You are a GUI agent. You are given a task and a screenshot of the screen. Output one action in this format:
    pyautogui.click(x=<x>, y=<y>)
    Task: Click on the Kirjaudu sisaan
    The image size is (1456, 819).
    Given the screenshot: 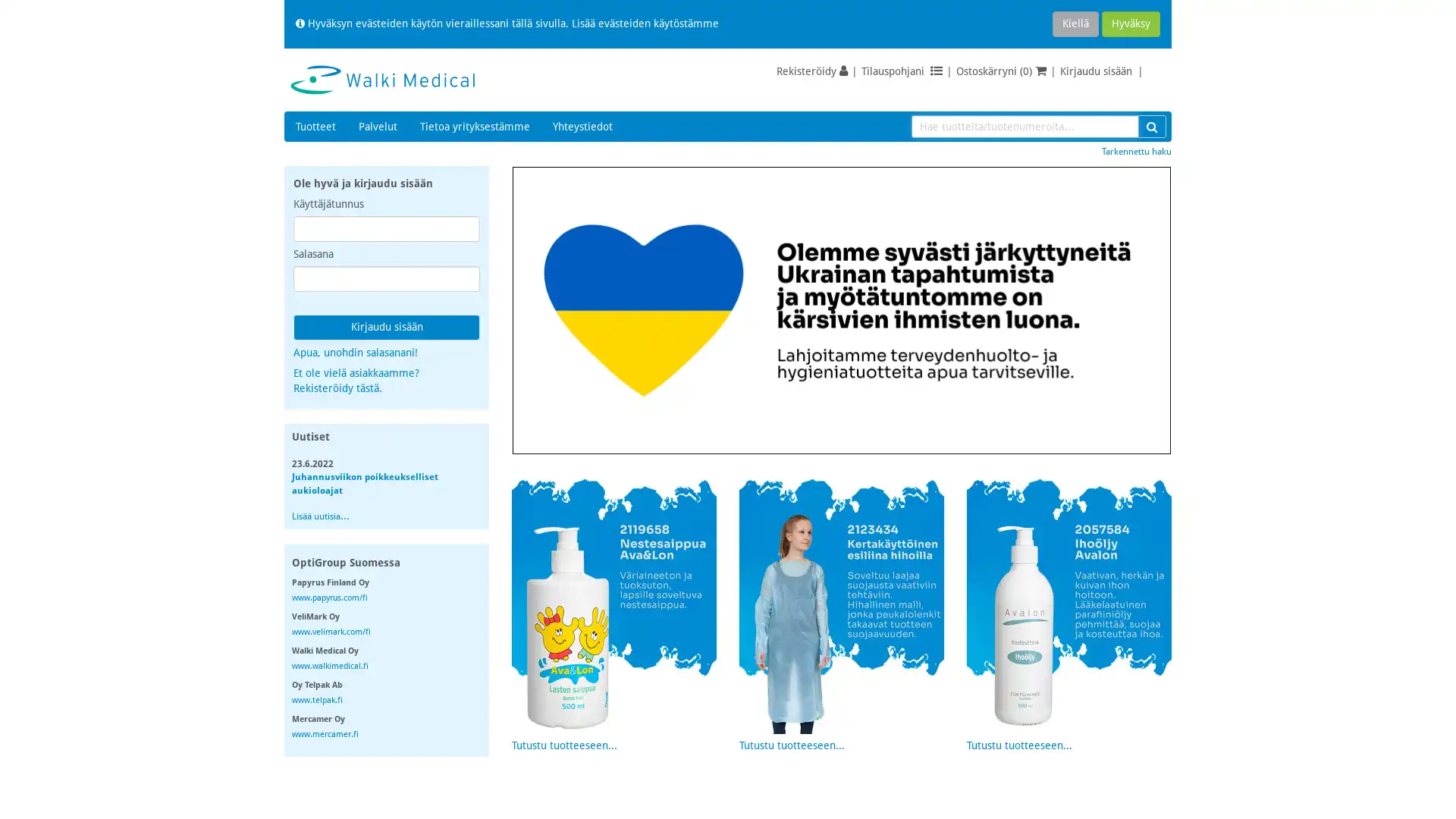 What is the action you would take?
    pyautogui.click(x=386, y=327)
    